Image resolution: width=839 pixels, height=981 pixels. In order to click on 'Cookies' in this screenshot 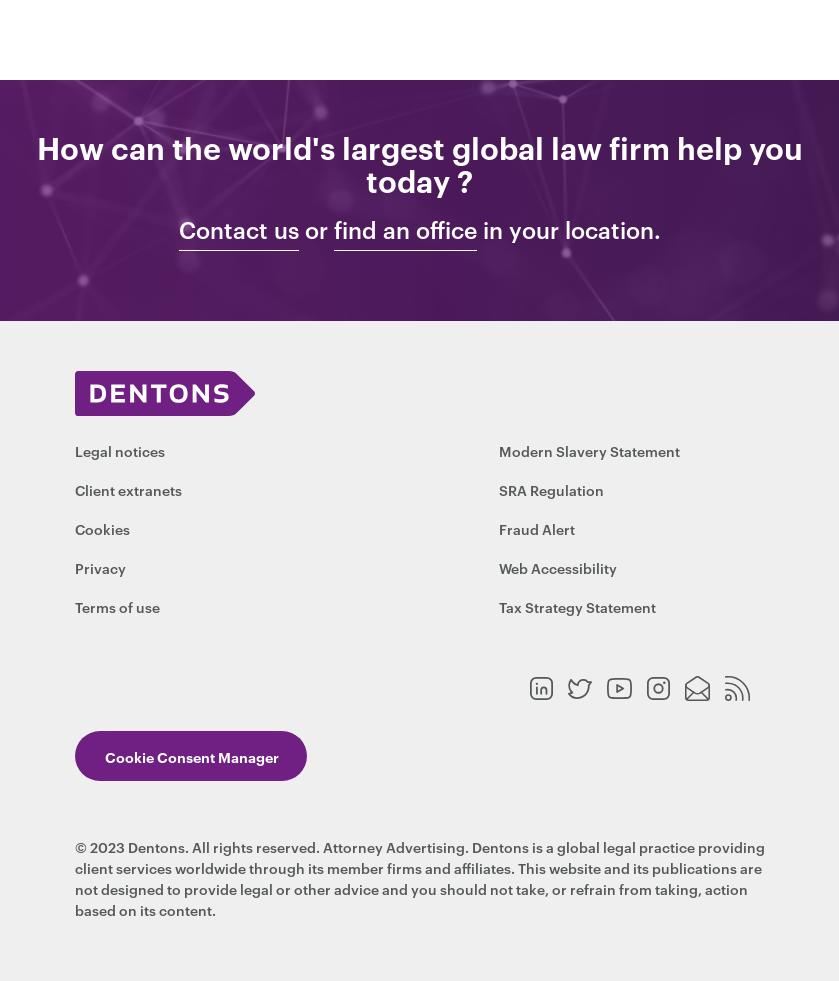, I will do `click(101, 528)`.